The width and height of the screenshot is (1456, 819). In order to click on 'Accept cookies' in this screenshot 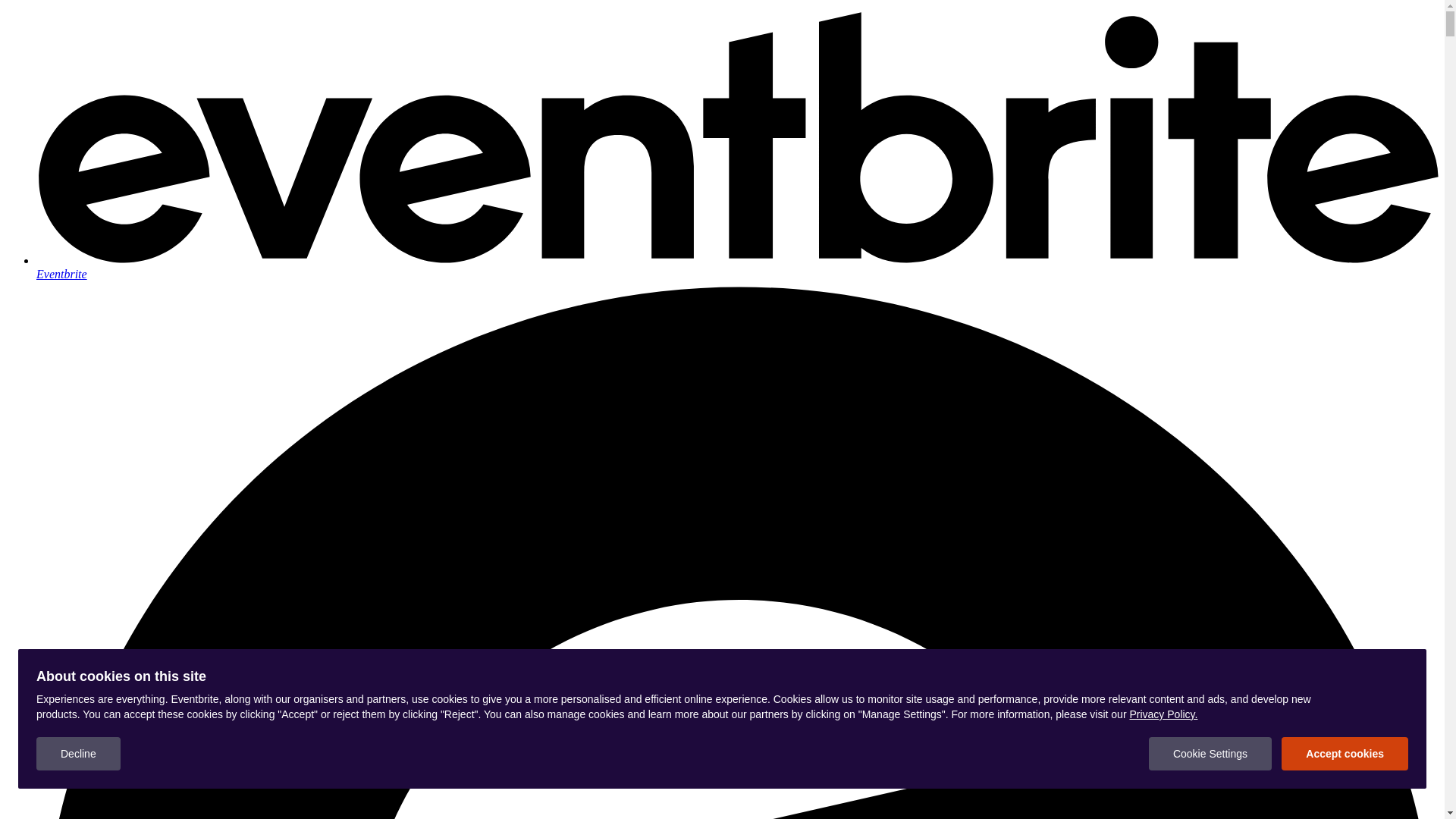, I will do `click(1345, 754)`.